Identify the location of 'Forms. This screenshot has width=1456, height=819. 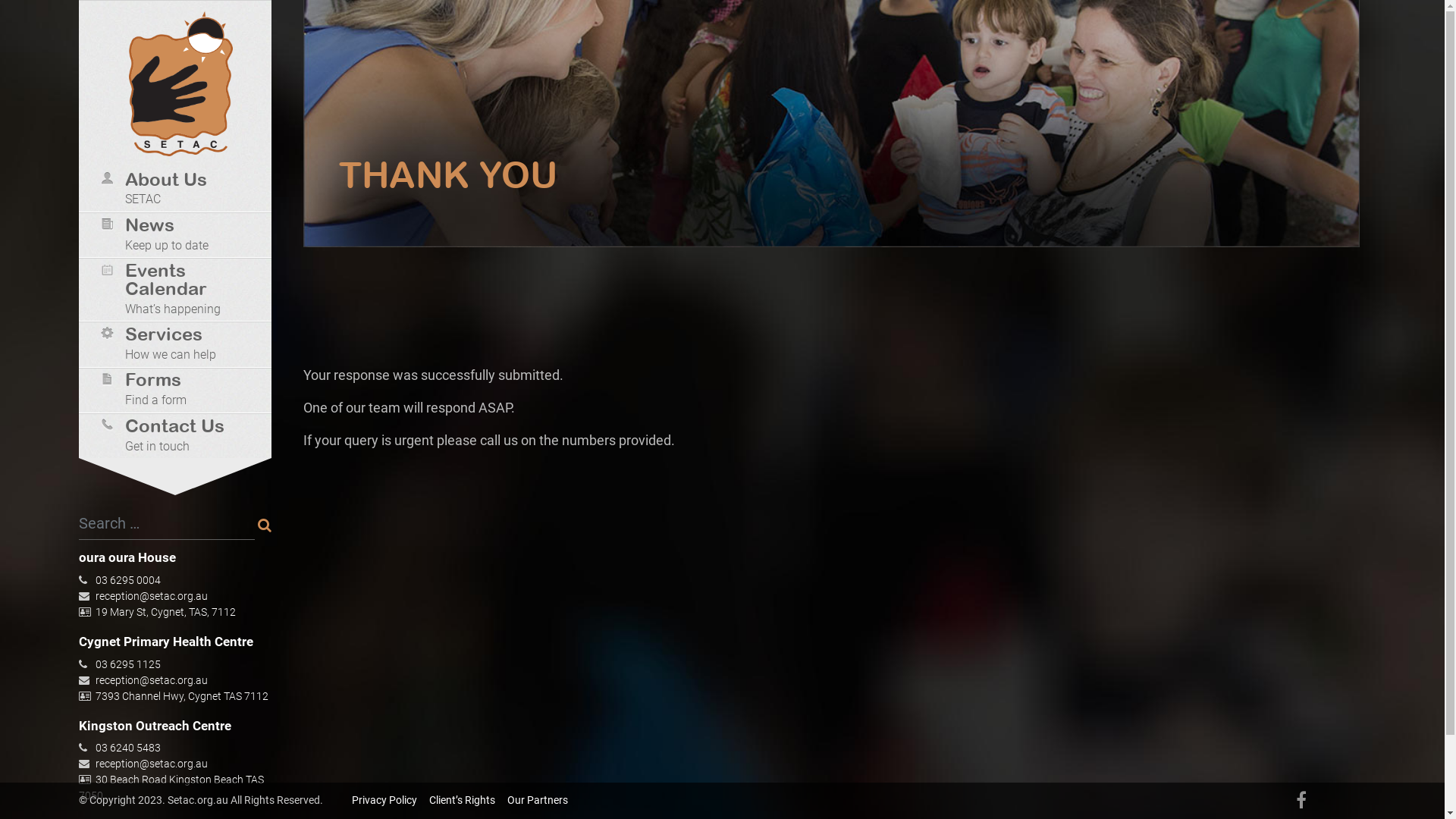
(180, 391).